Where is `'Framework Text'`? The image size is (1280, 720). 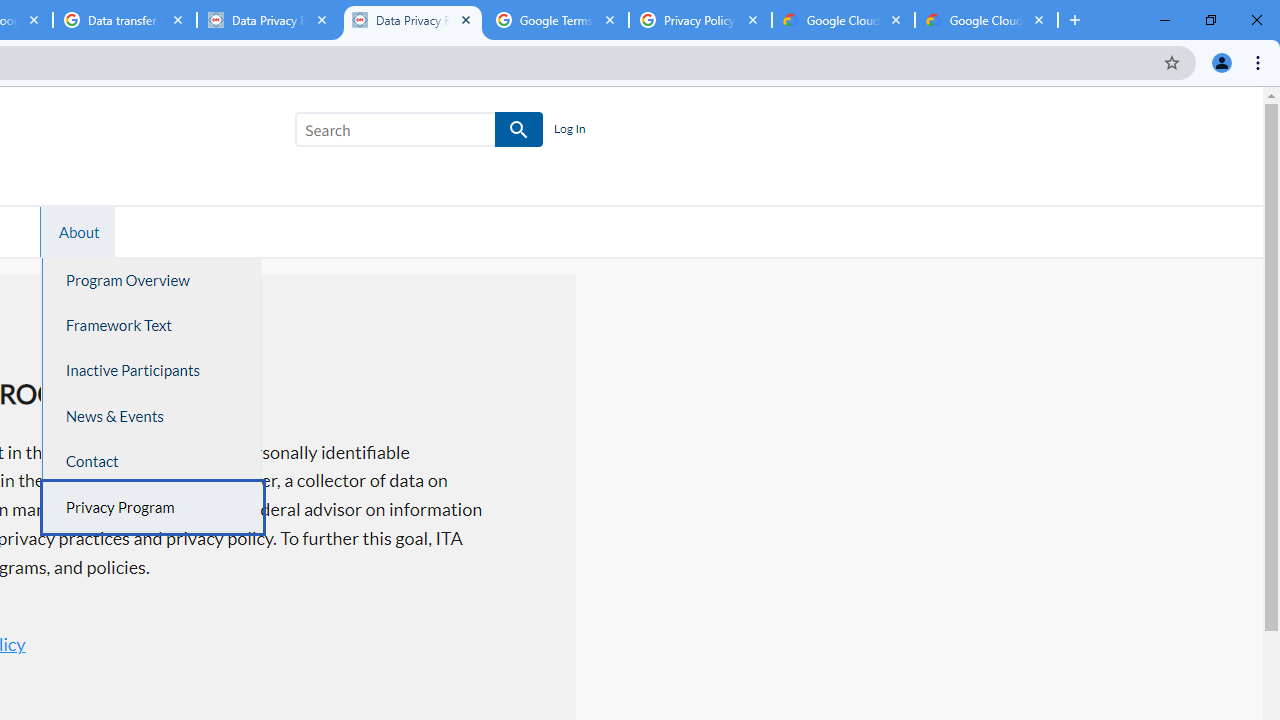 'Framework Text' is located at coordinates (151, 324).